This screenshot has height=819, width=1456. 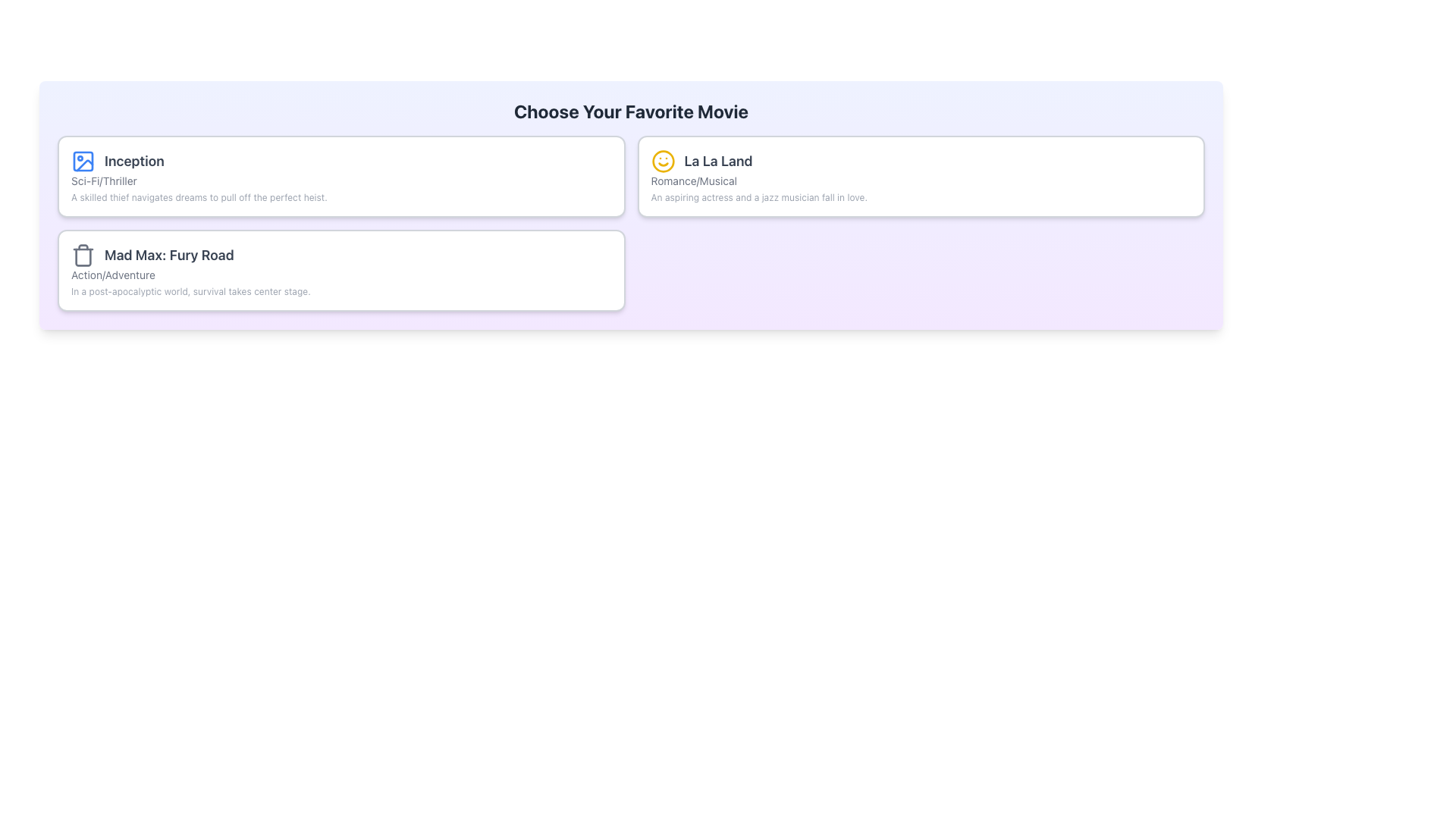 What do you see at coordinates (759, 197) in the screenshot?
I see `the text label that provides a concise summary of the movie 'La La Land', located below the title and category within the card section` at bounding box center [759, 197].